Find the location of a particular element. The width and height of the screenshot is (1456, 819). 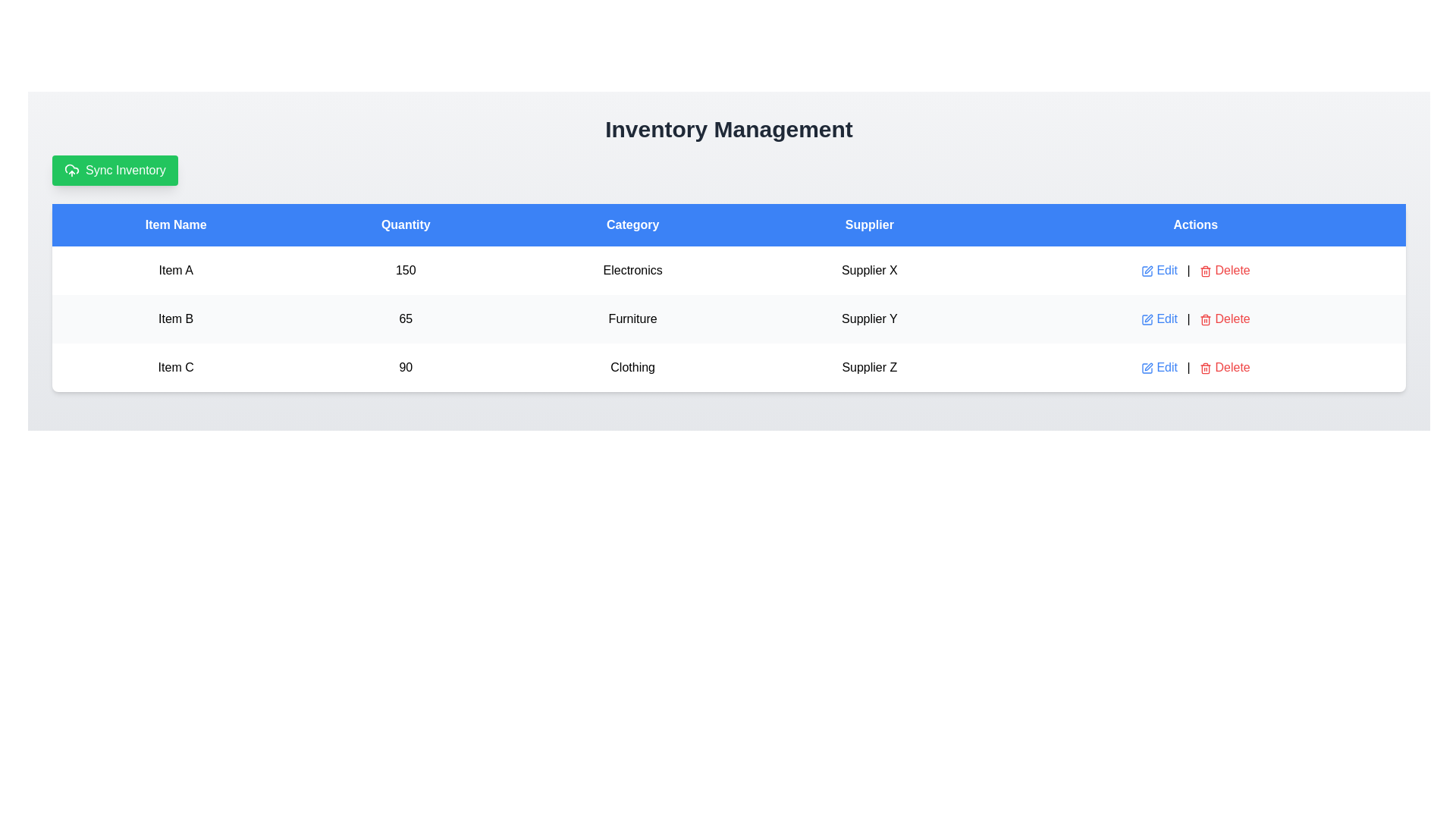

the small blue outline square icon with a pen overlay, located in the 'Actions' column of the first row in the table, adjacent to the 'Edit' text link is located at coordinates (1147, 270).